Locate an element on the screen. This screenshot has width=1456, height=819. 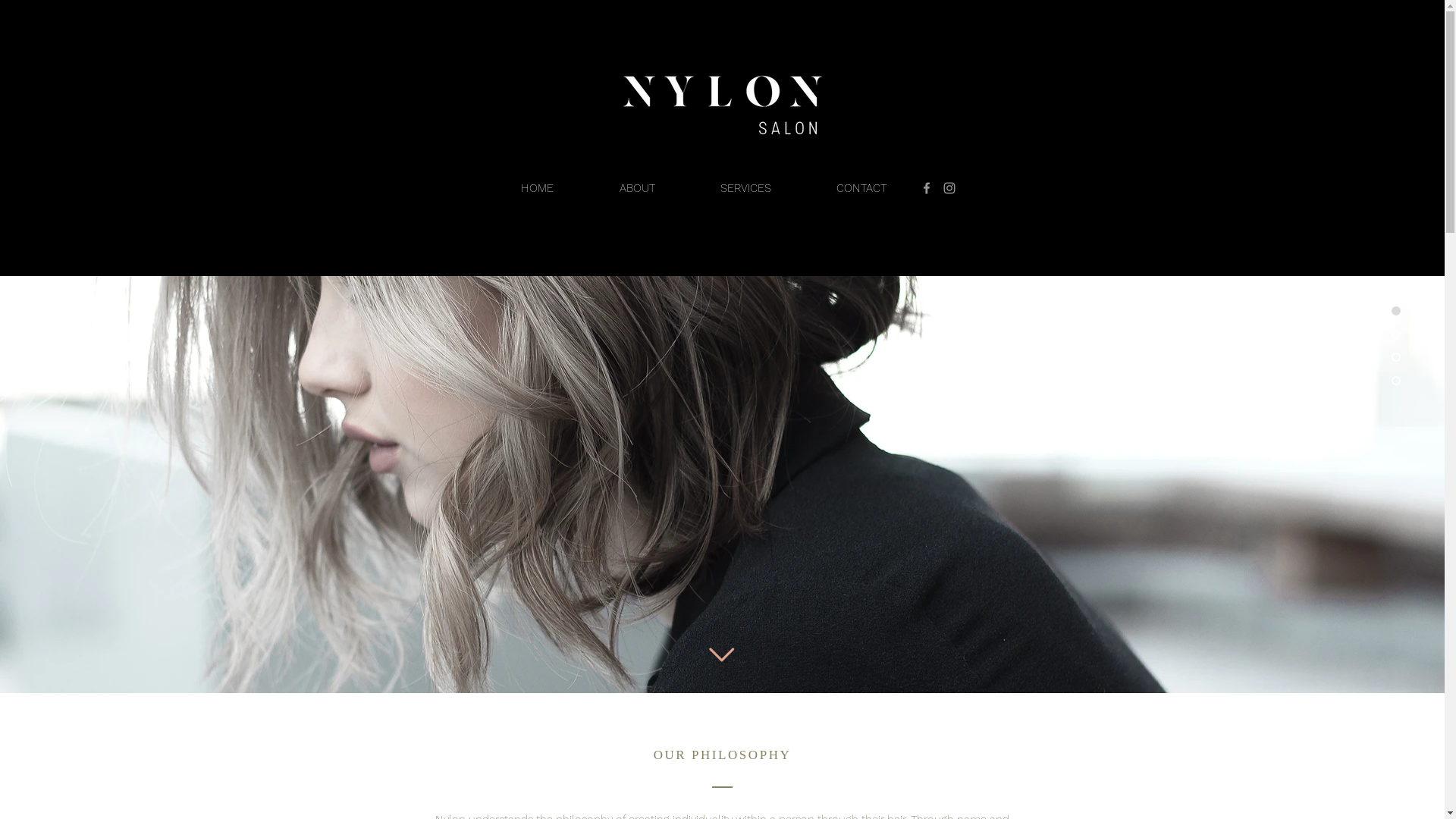
'CONTACT' is located at coordinates (861, 187).